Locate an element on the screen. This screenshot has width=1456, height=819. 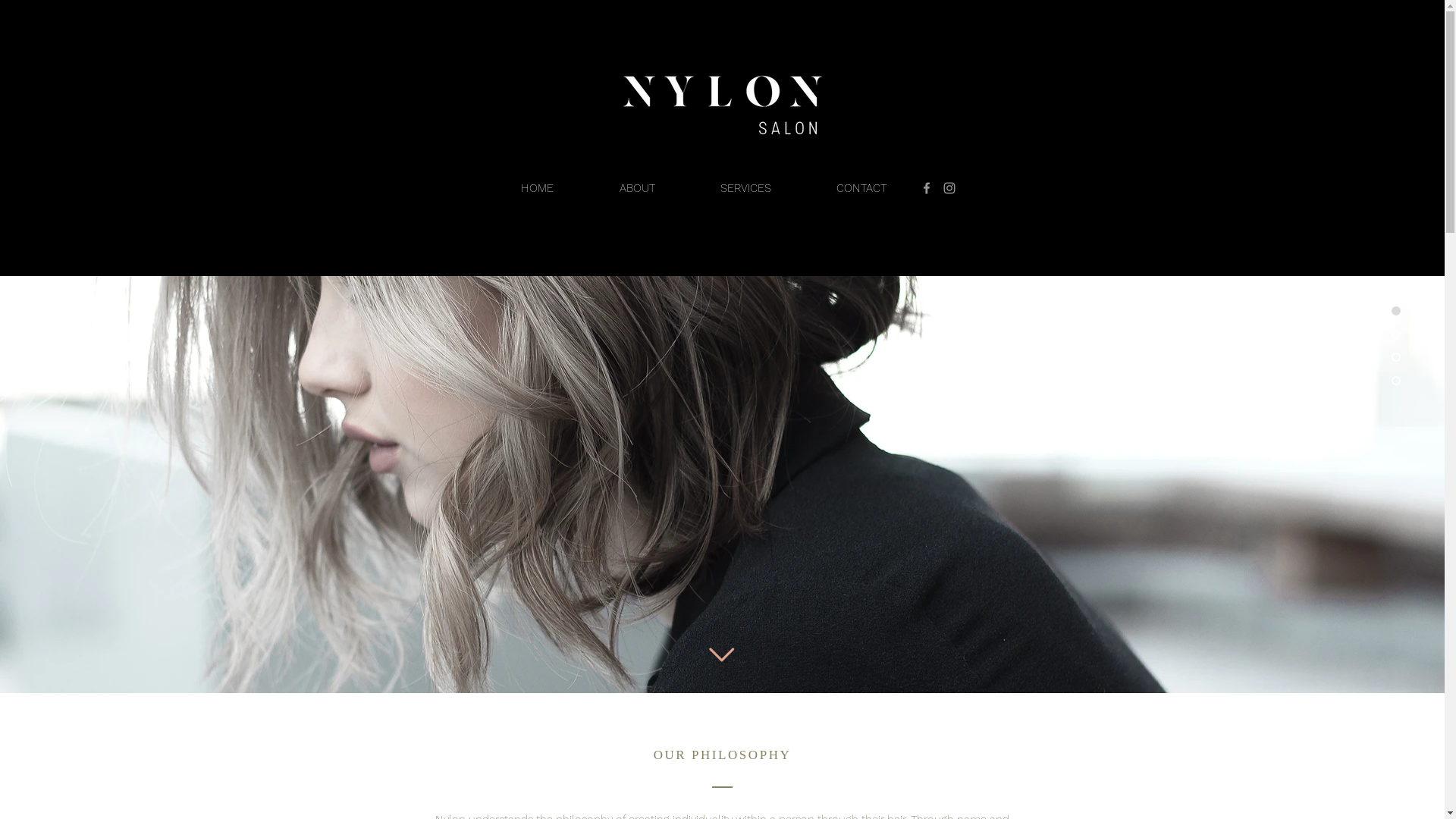
'CONTACT' is located at coordinates (861, 187).